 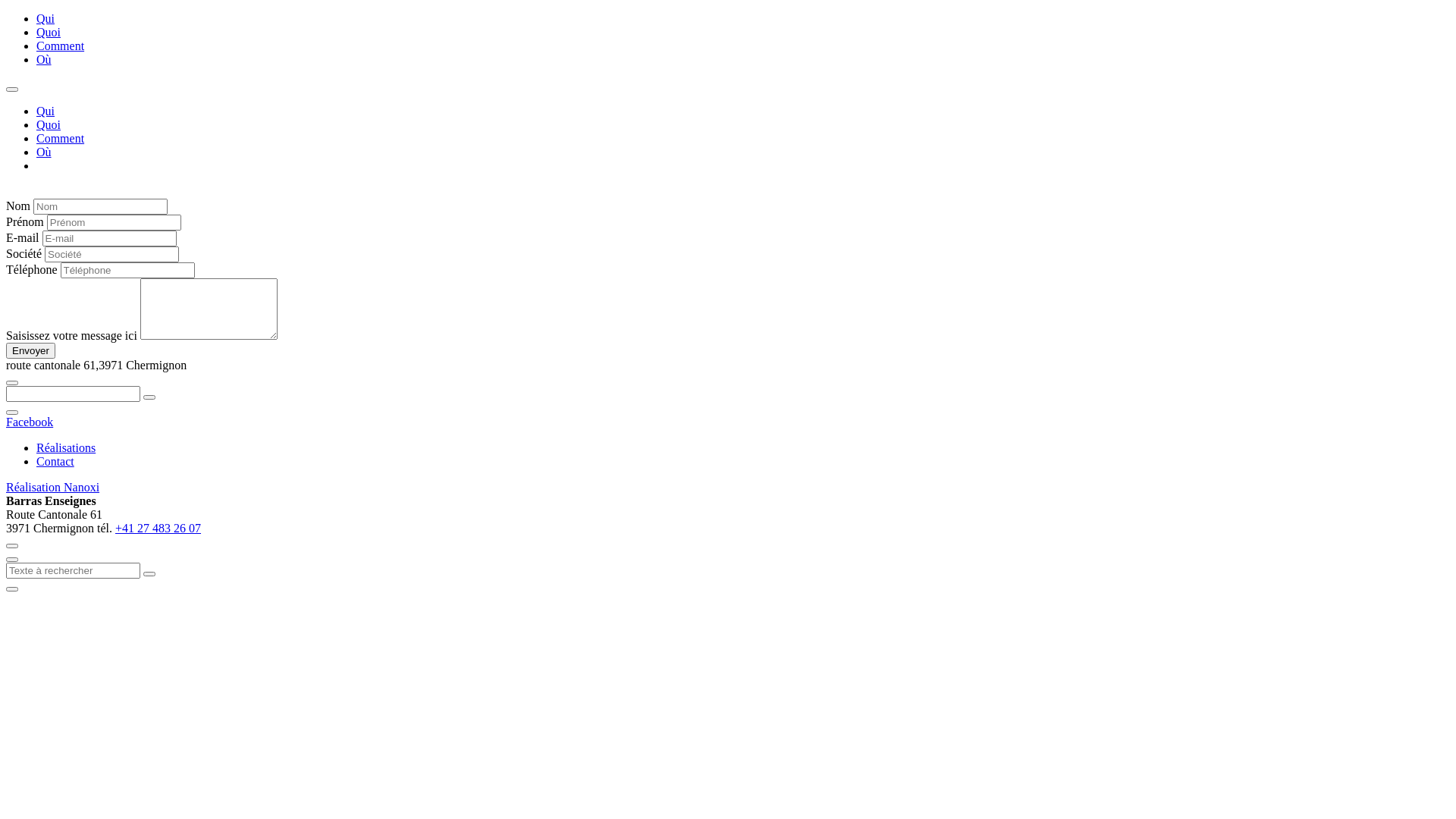 What do you see at coordinates (36, 32) in the screenshot?
I see `'Quoi'` at bounding box center [36, 32].